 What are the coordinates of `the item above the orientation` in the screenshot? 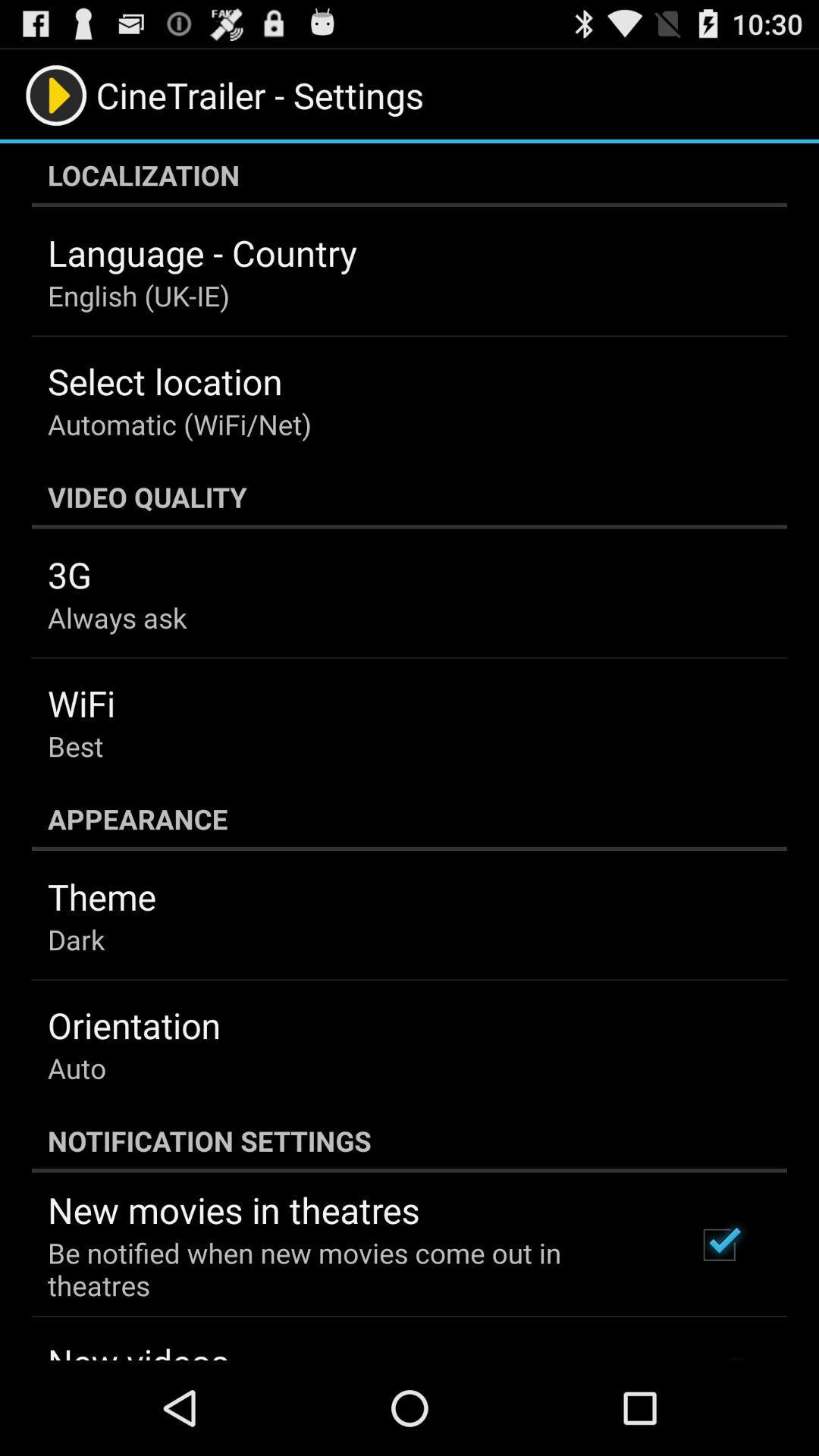 It's located at (76, 938).